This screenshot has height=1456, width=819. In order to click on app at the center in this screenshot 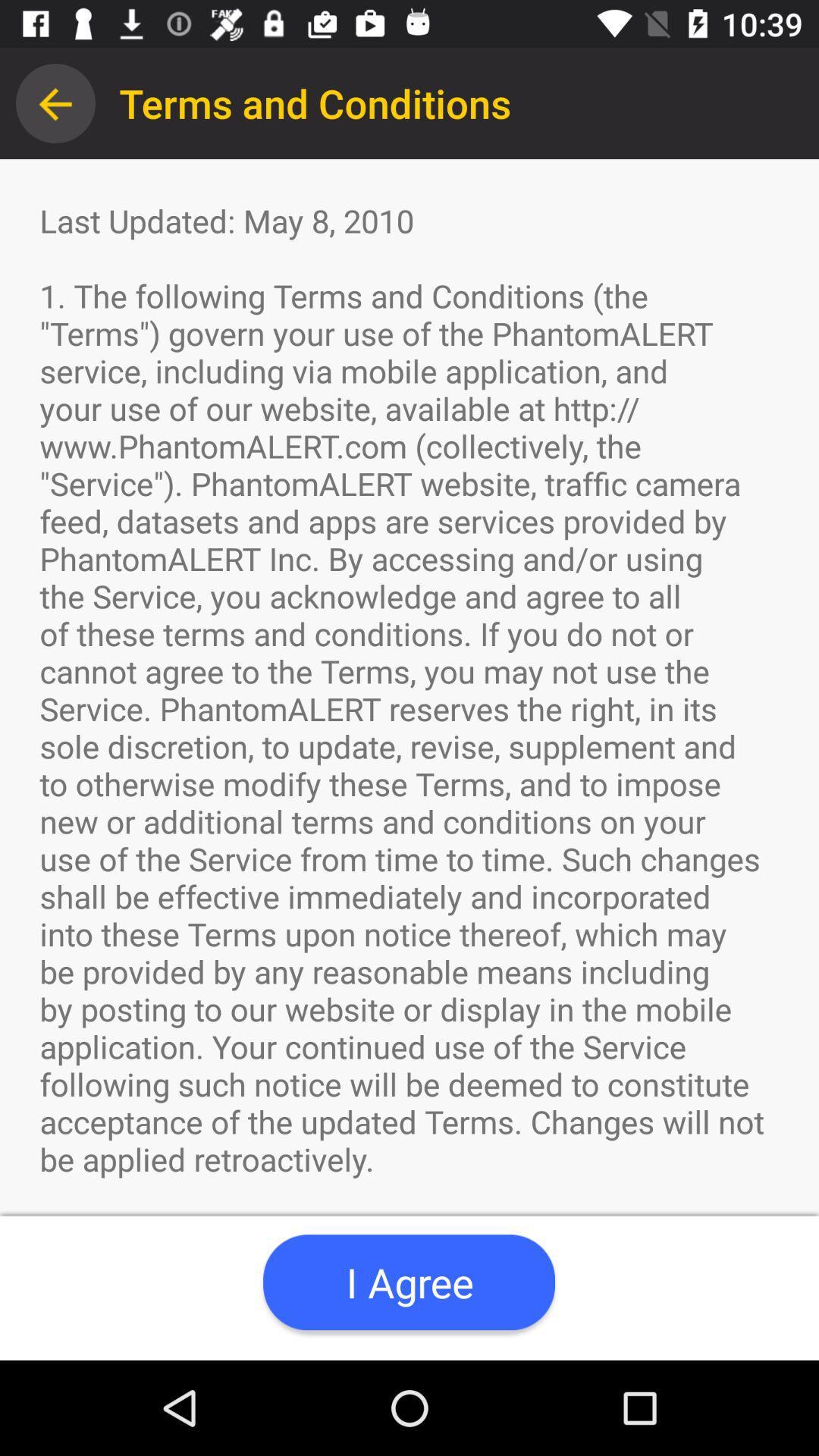, I will do `click(409, 760)`.